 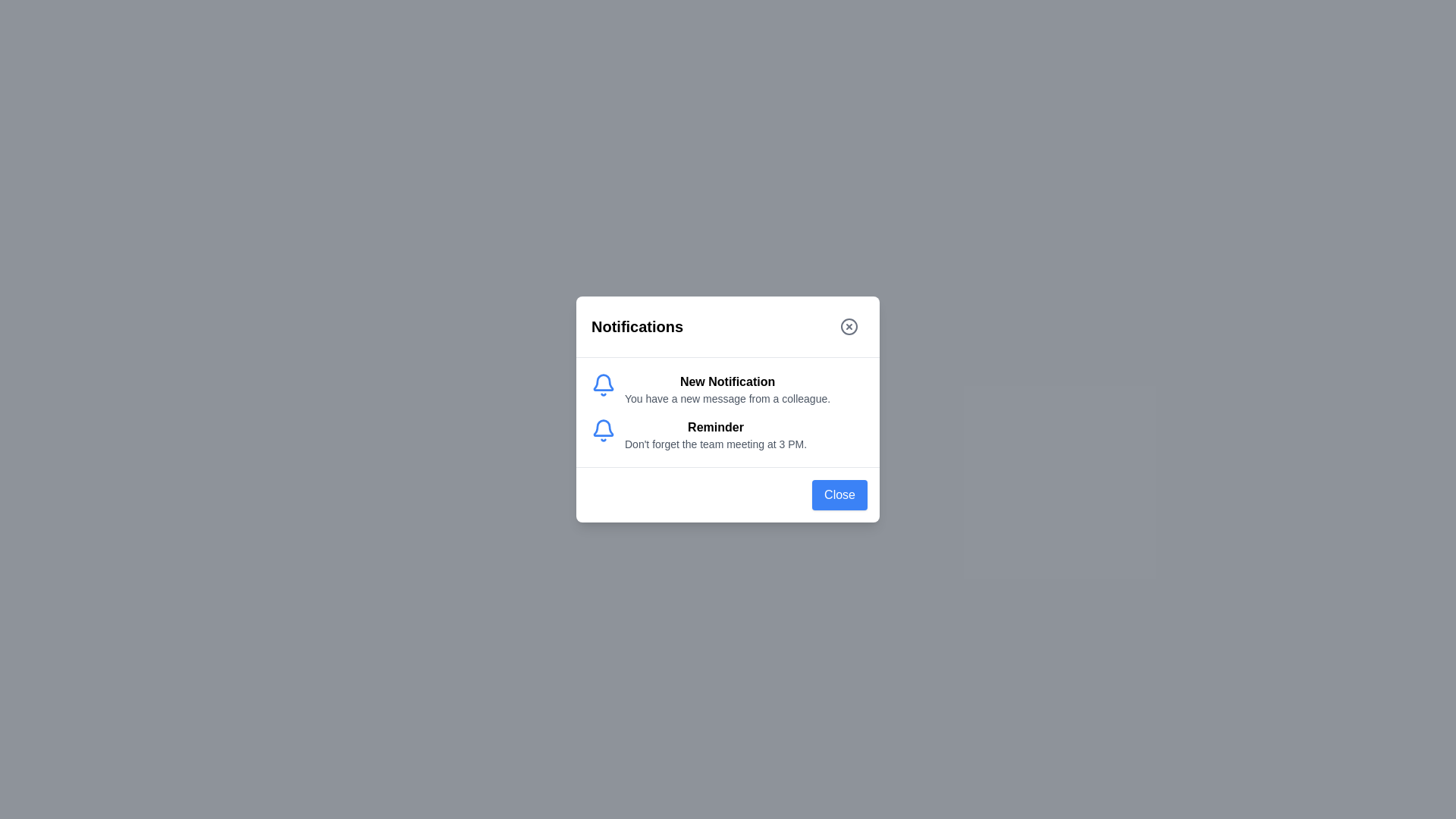 I want to click on the Text block element displaying the title 'Reminder' and the descriptive text 'Don't forget the team meeting at 3 PM.', so click(x=715, y=435).